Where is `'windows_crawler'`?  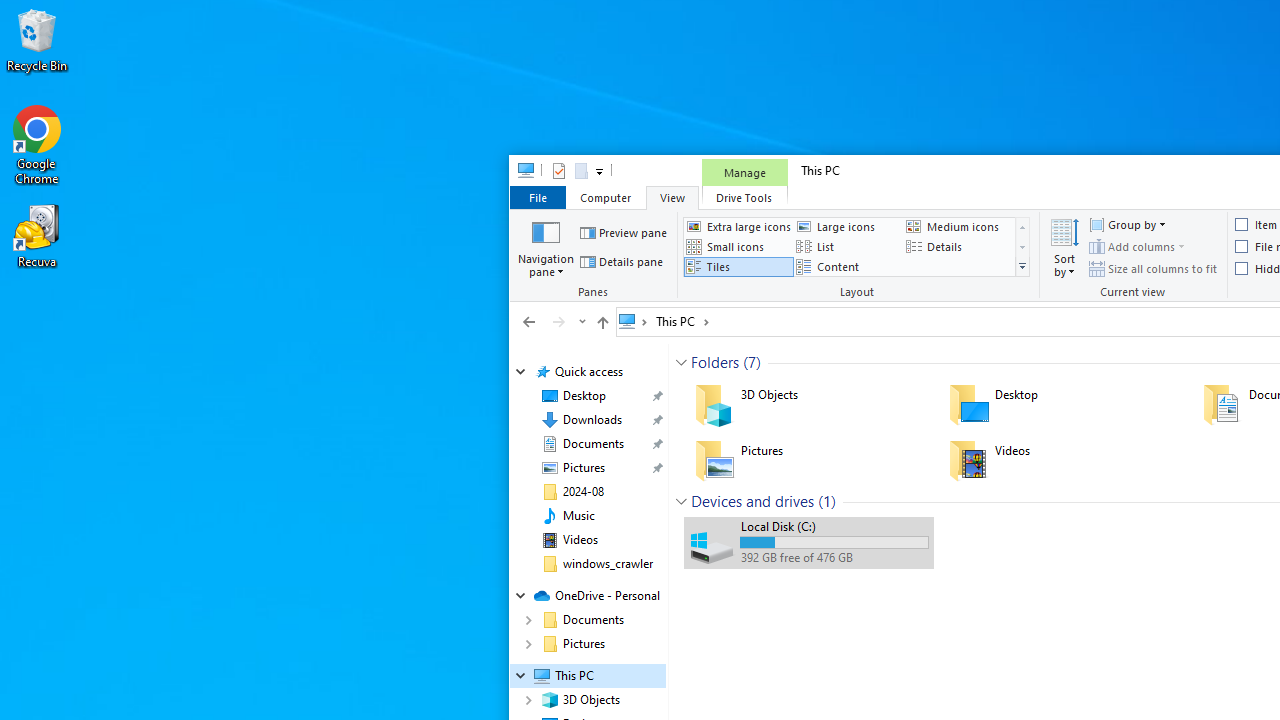 'windows_crawler' is located at coordinates (607, 564).